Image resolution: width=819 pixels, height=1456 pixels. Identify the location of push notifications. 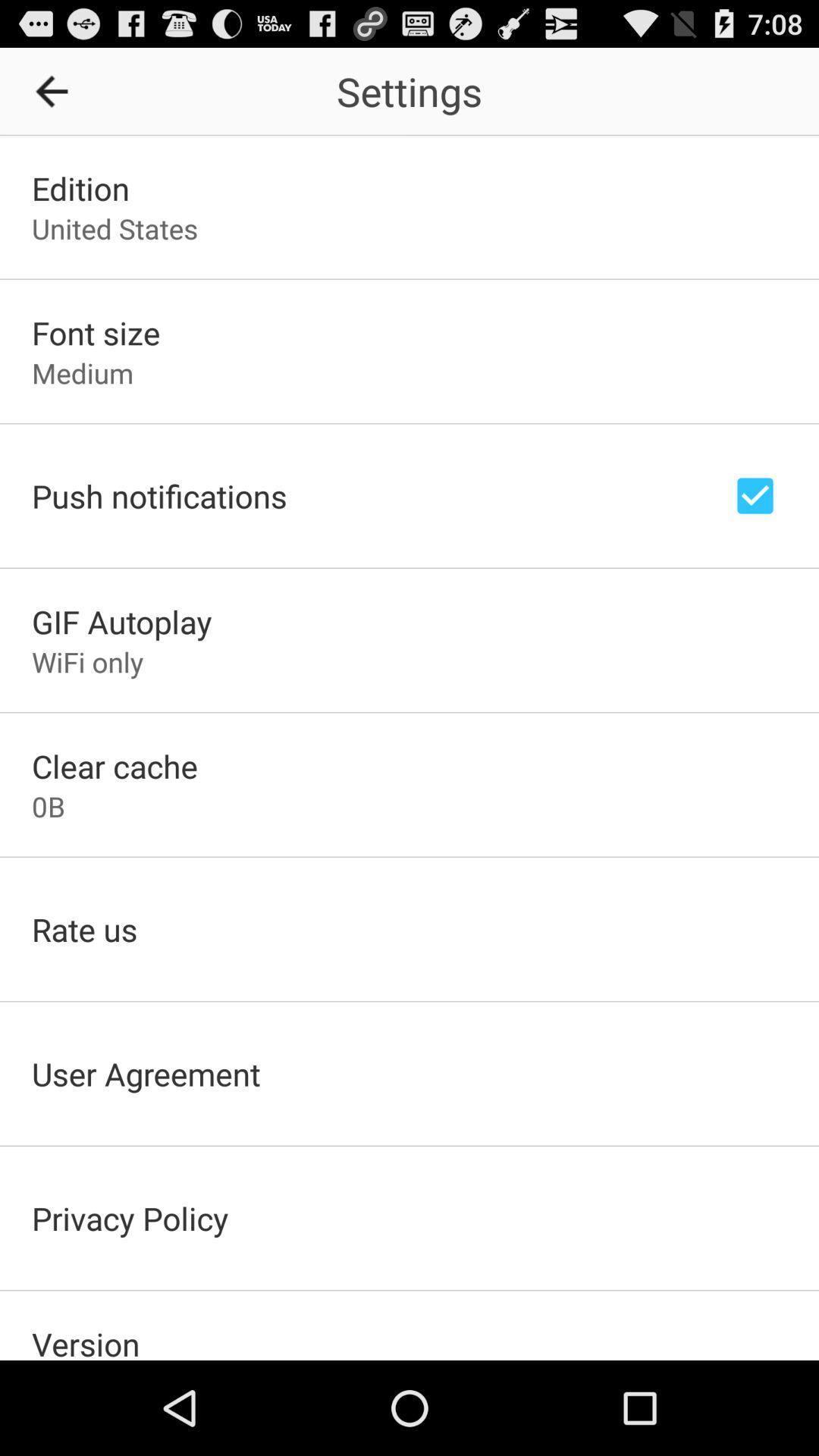
(755, 495).